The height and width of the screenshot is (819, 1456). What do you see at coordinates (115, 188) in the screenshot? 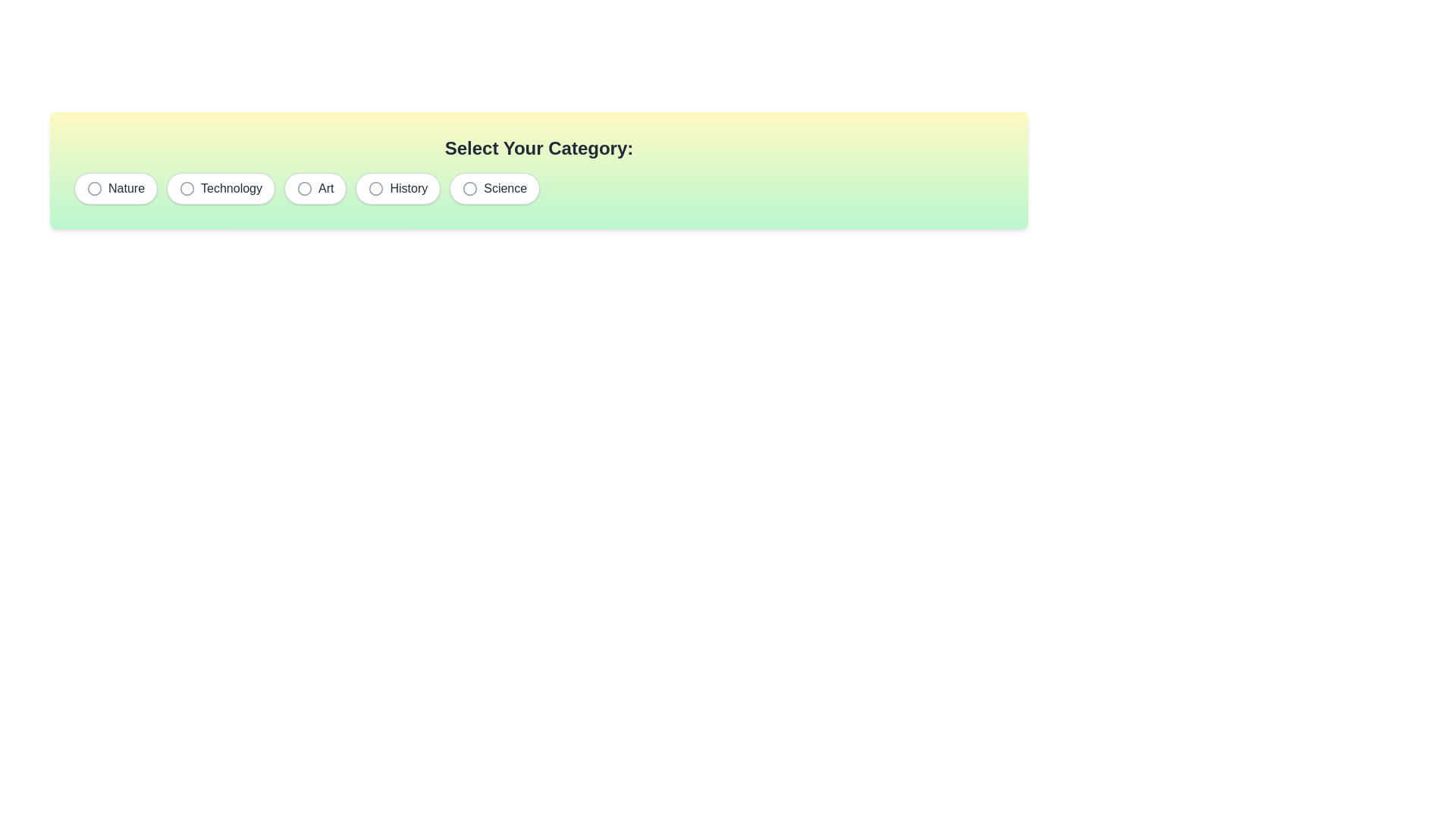
I see `the chip corresponding to the category Nature` at bounding box center [115, 188].